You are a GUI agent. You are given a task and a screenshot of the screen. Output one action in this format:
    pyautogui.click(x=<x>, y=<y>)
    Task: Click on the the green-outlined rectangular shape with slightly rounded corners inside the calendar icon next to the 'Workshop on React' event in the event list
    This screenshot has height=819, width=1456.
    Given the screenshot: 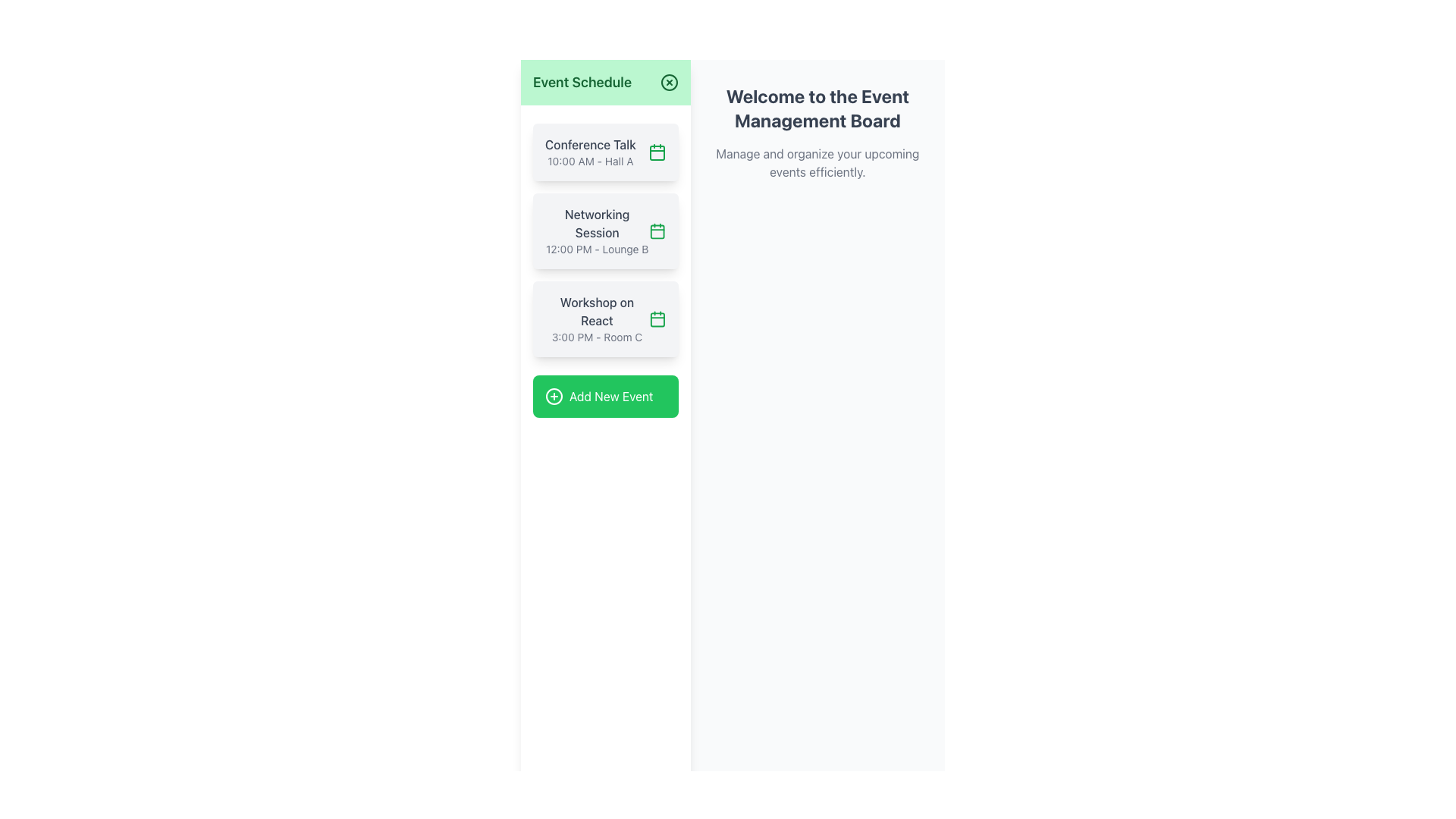 What is the action you would take?
    pyautogui.click(x=657, y=318)
    